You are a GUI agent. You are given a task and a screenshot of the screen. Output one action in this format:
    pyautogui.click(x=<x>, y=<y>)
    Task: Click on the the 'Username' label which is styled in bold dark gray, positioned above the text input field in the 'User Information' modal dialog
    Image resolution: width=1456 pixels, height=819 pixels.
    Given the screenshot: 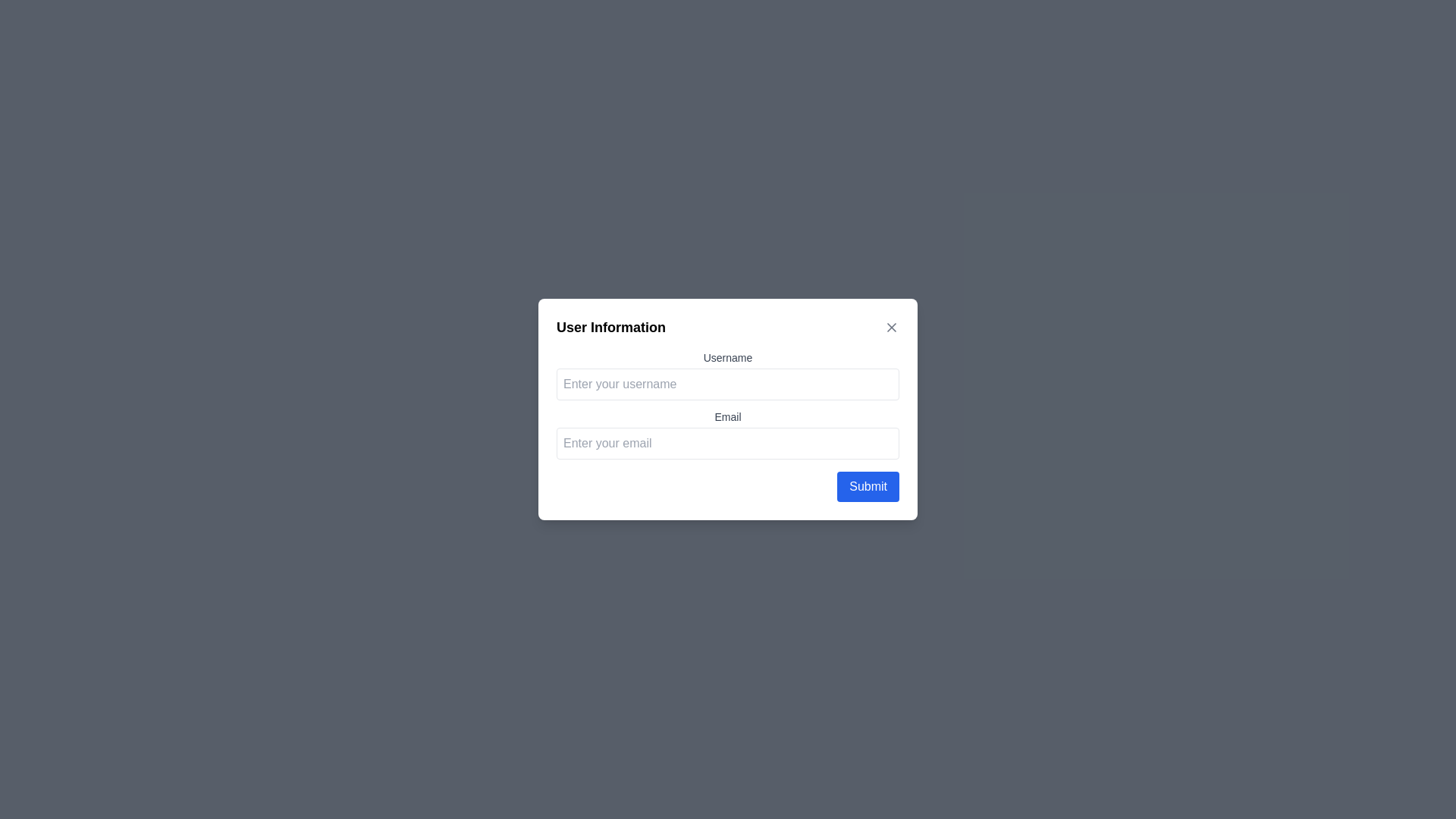 What is the action you would take?
    pyautogui.click(x=728, y=357)
    